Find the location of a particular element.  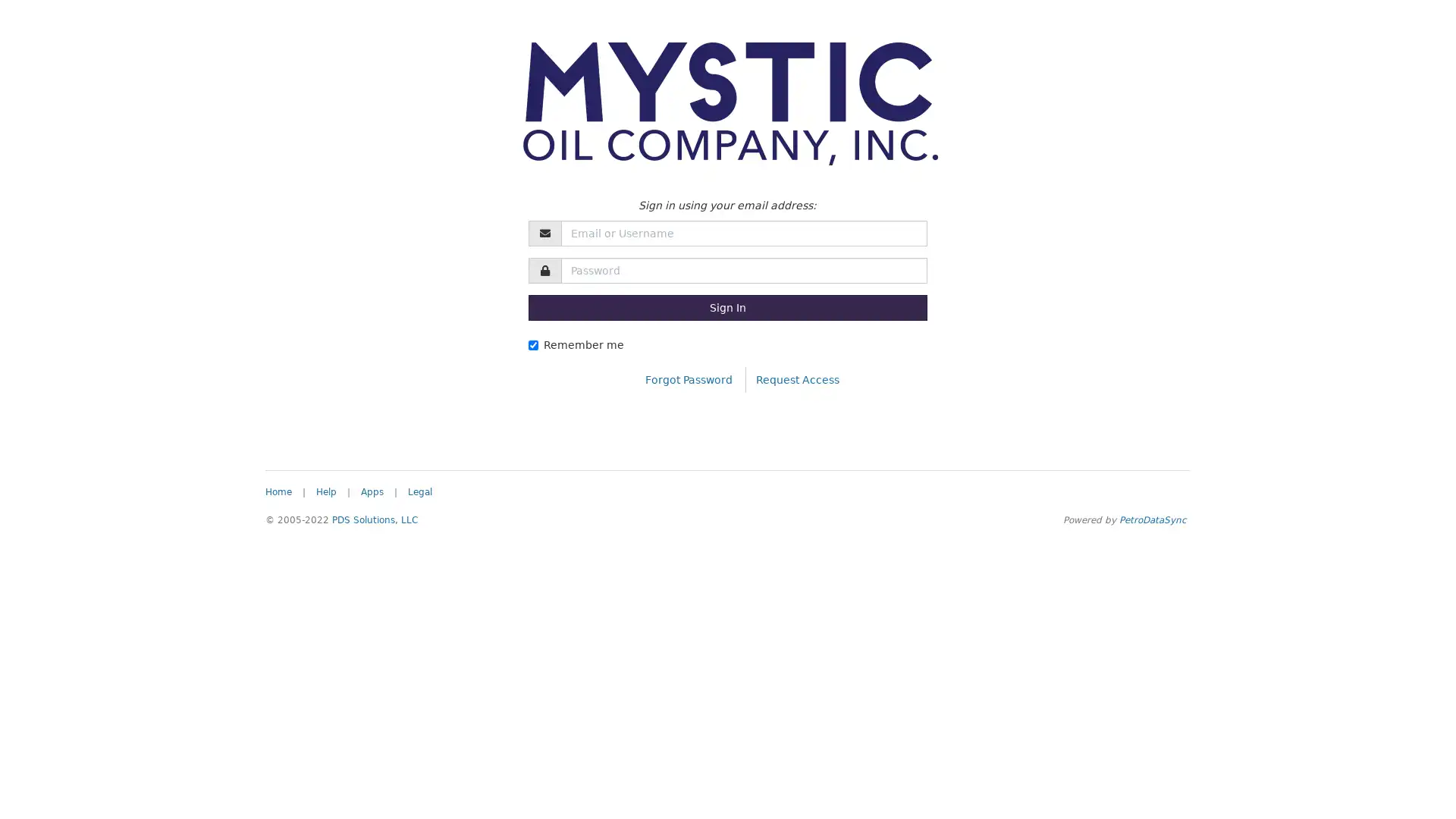

Forgot Password is located at coordinates (688, 378).